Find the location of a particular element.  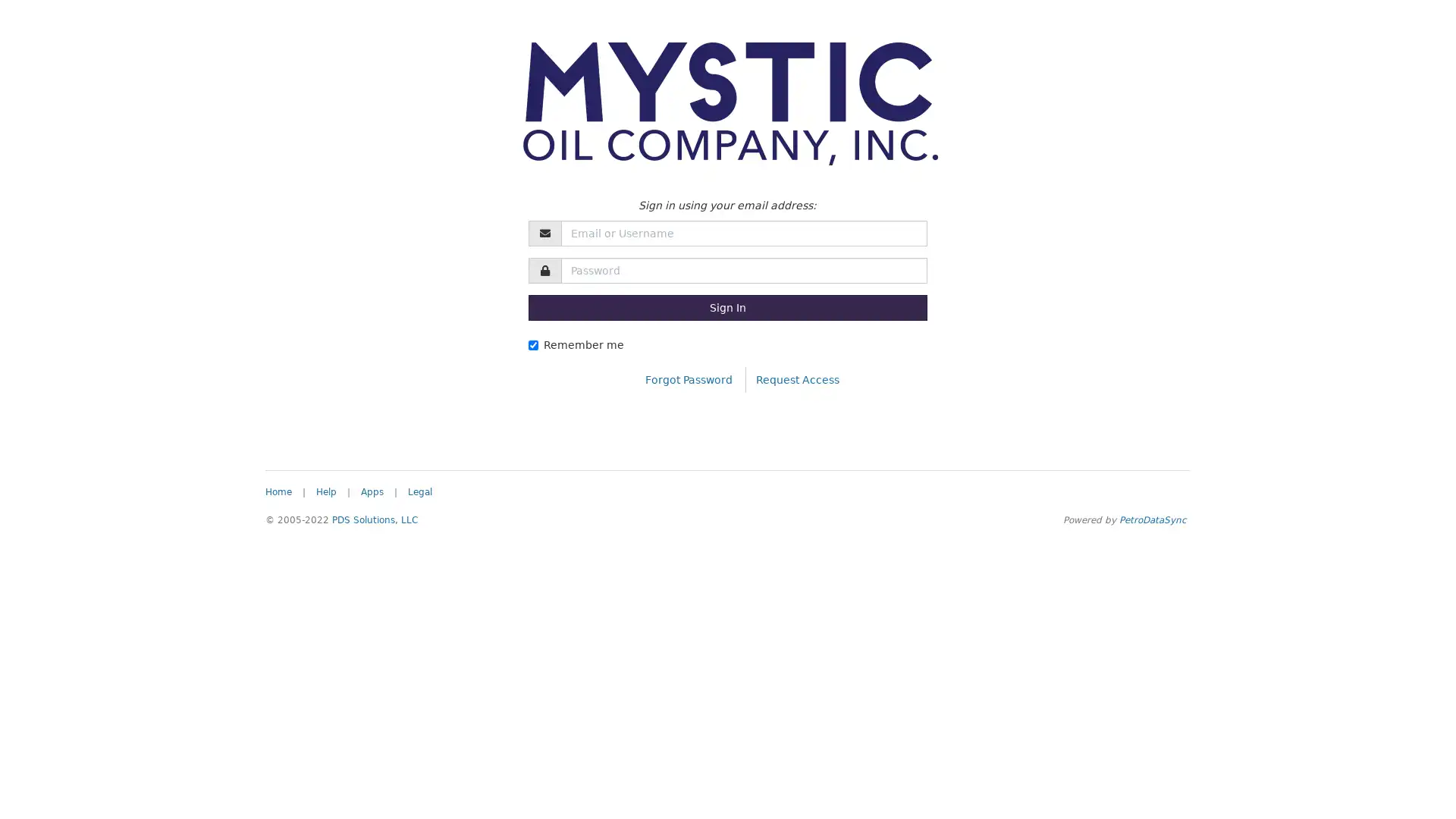

Forgot Password is located at coordinates (688, 378).